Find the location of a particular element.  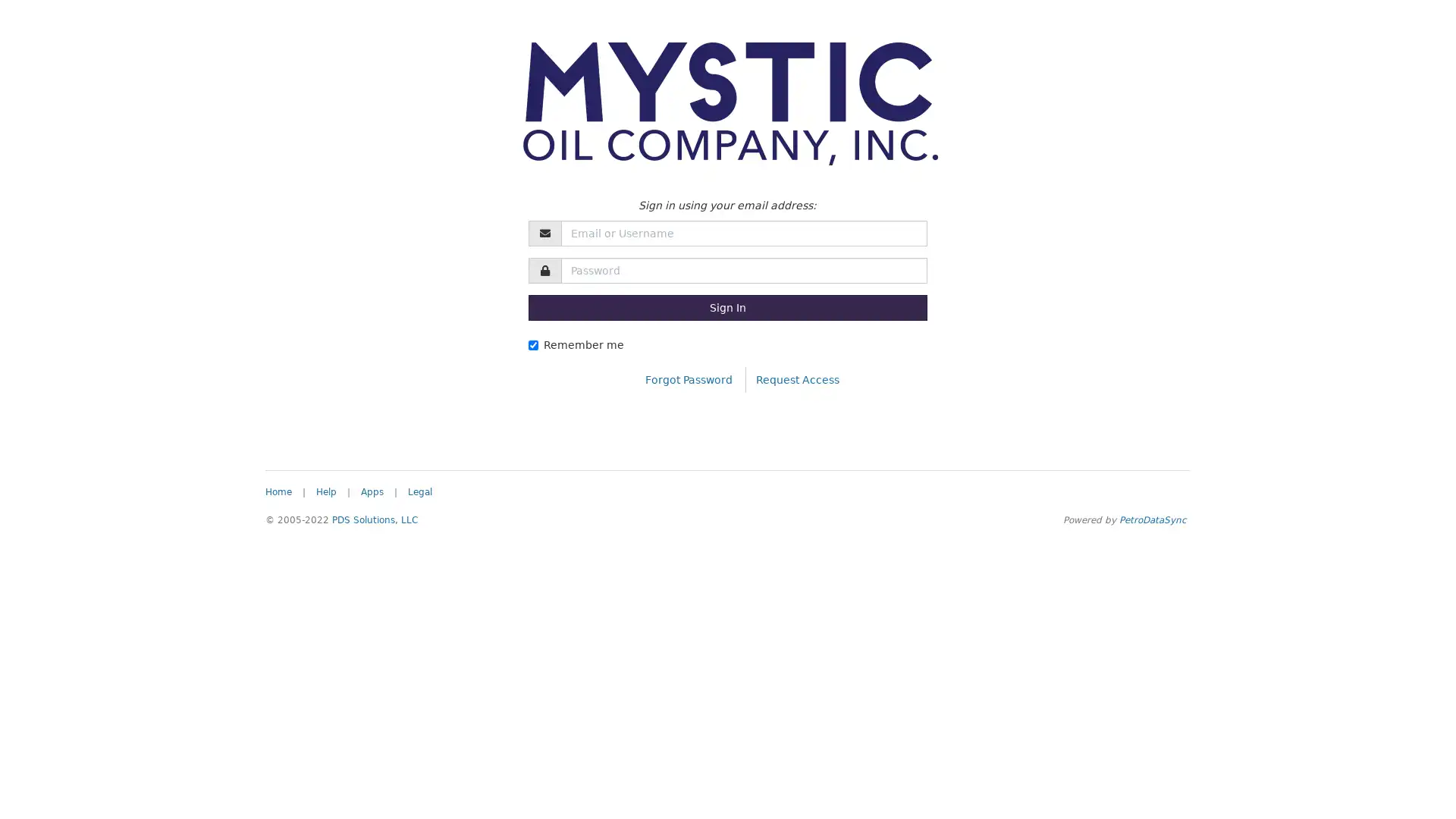

Forgot Password is located at coordinates (688, 378).